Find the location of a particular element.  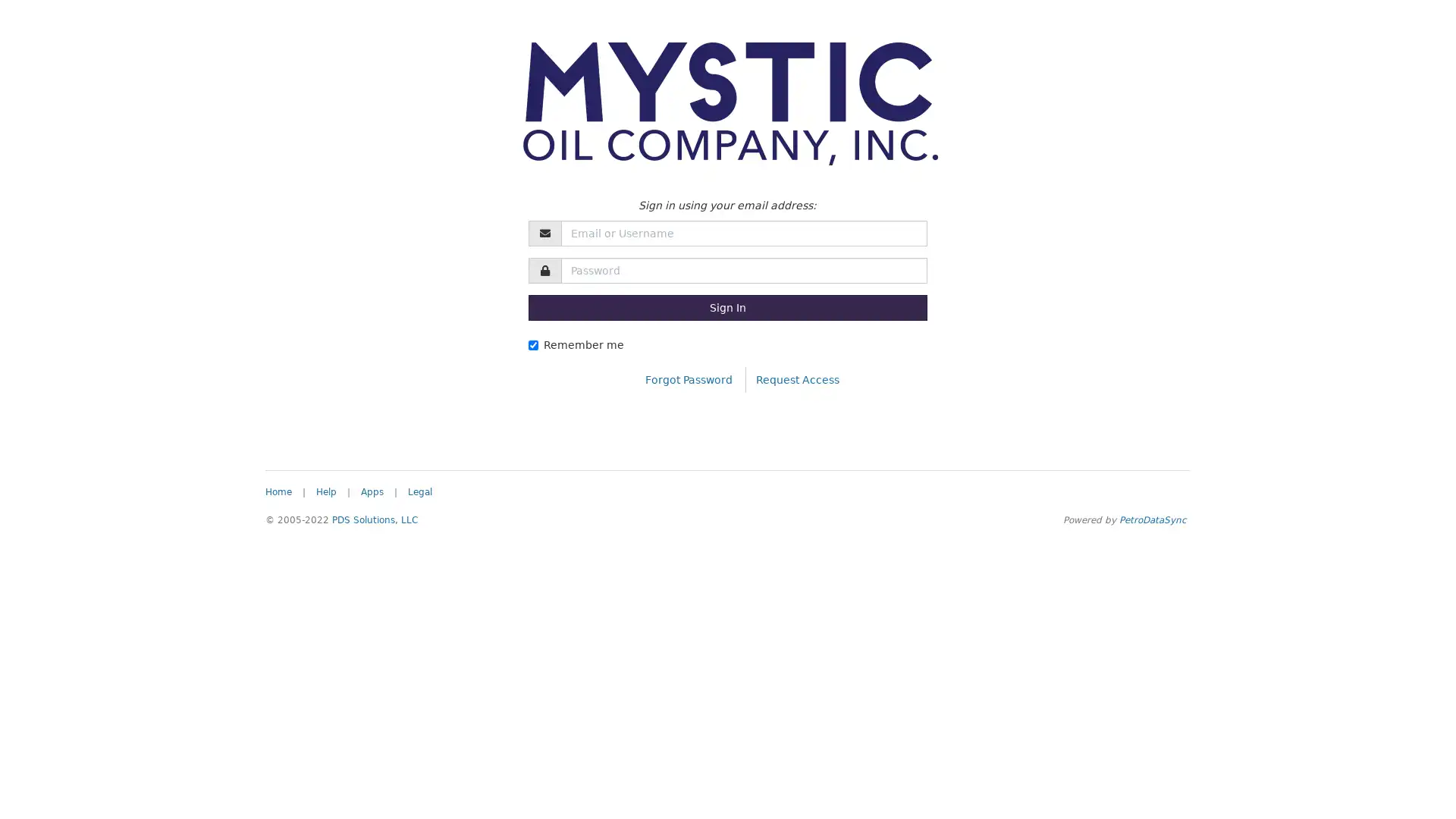

Forgot Password is located at coordinates (688, 378).